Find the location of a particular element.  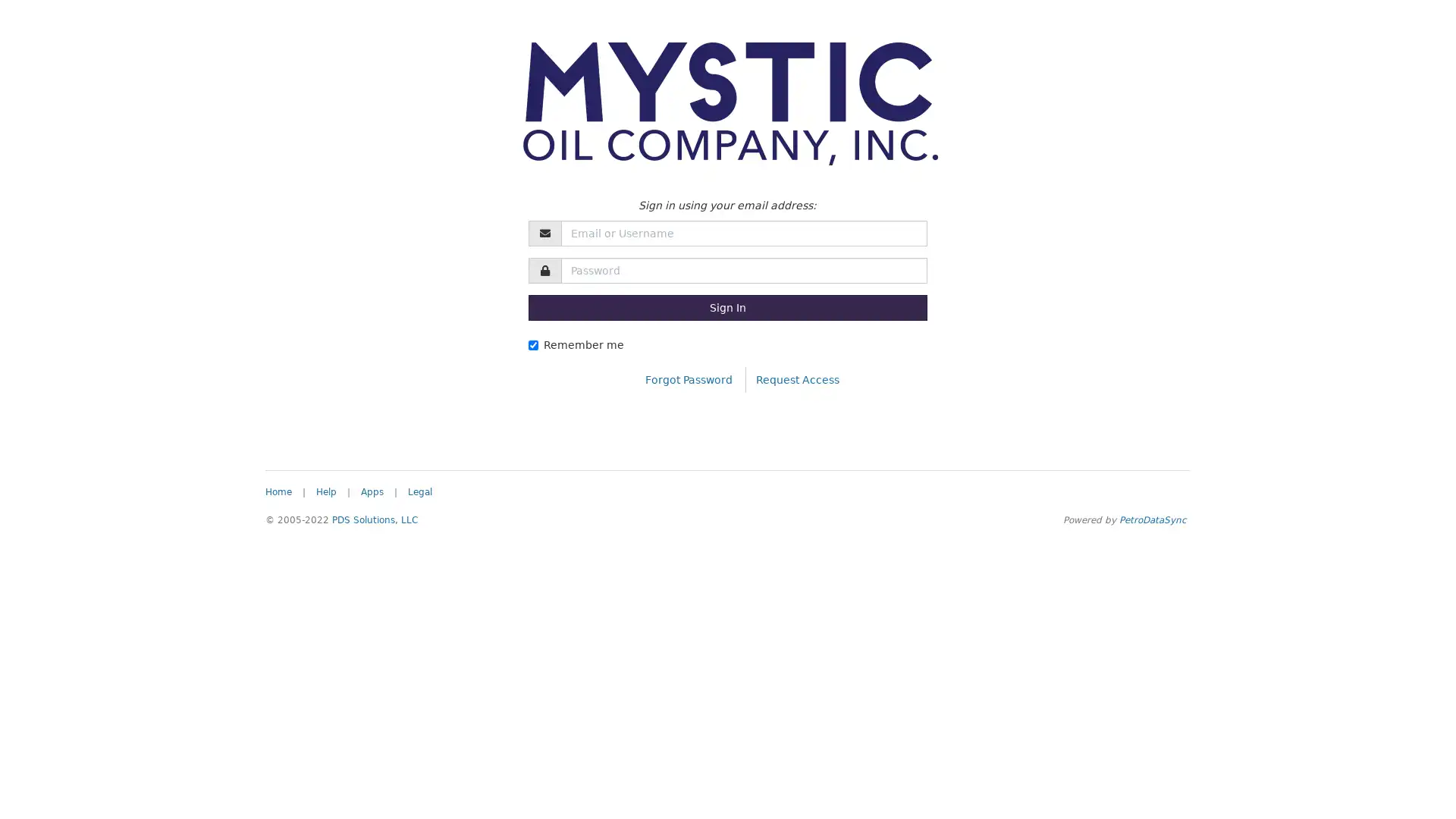

Forgot Password is located at coordinates (688, 378).